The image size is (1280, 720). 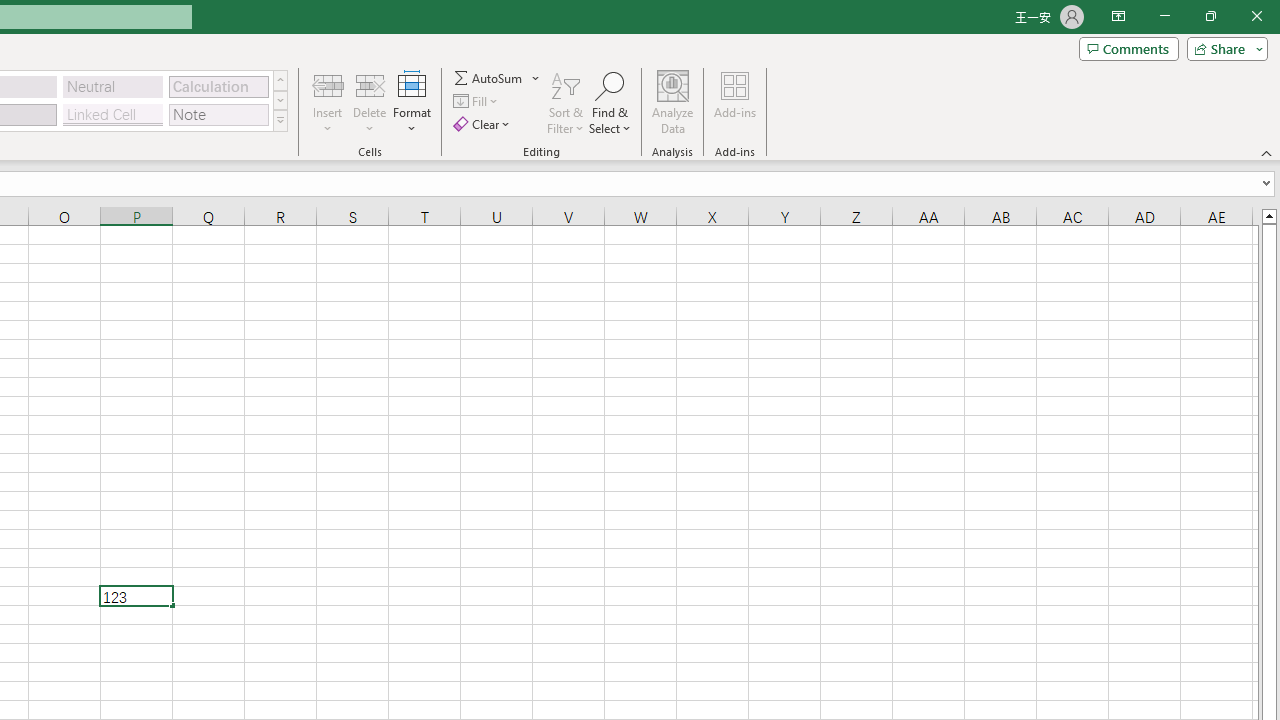 I want to click on 'Analyze Data', so click(x=673, y=103).